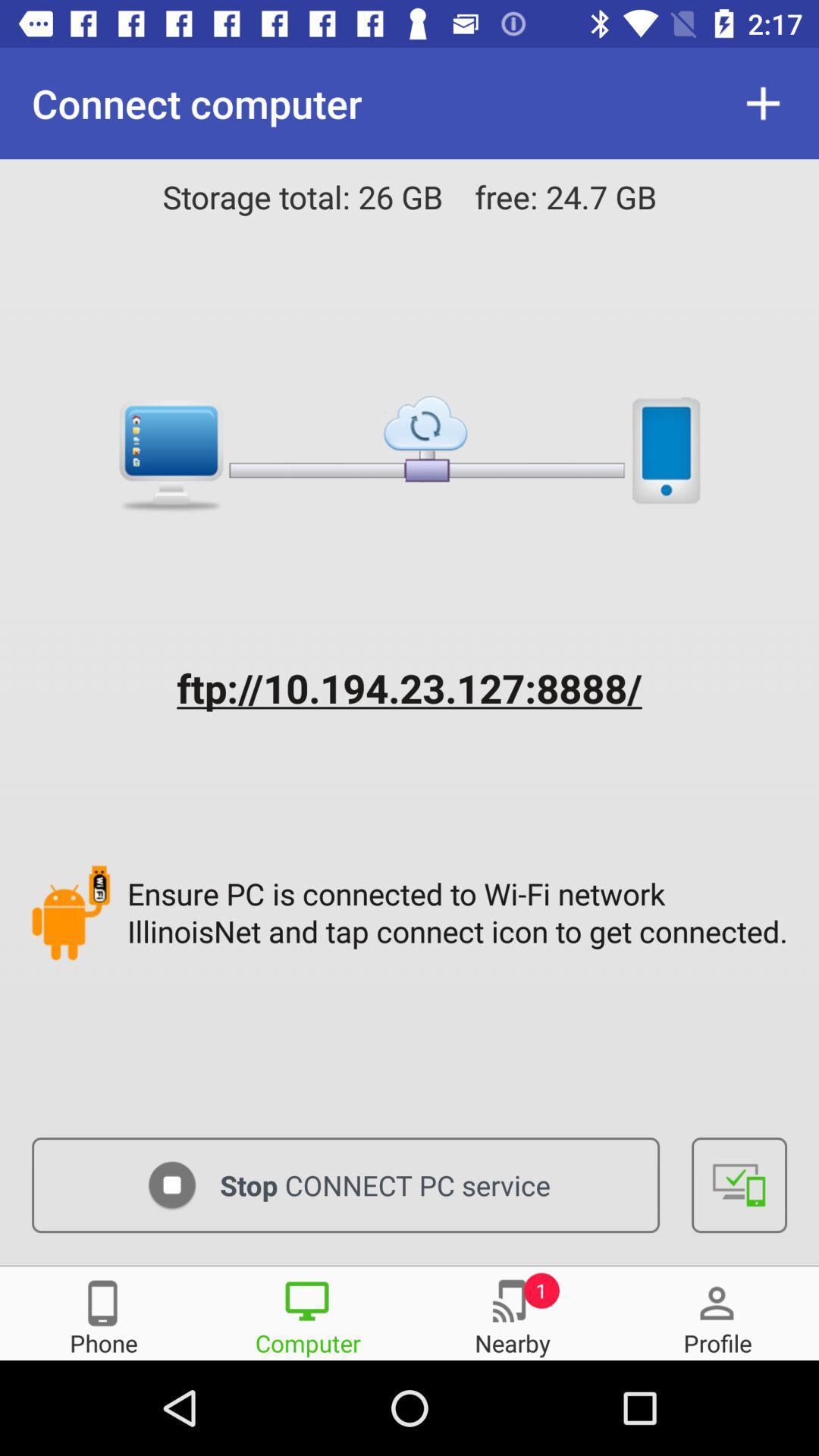 This screenshot has height=1456, width=819. What do you see at coordinates (460, 912) in the screenshot?
I see `the ensure pc is` at bounding box center [460, 912].